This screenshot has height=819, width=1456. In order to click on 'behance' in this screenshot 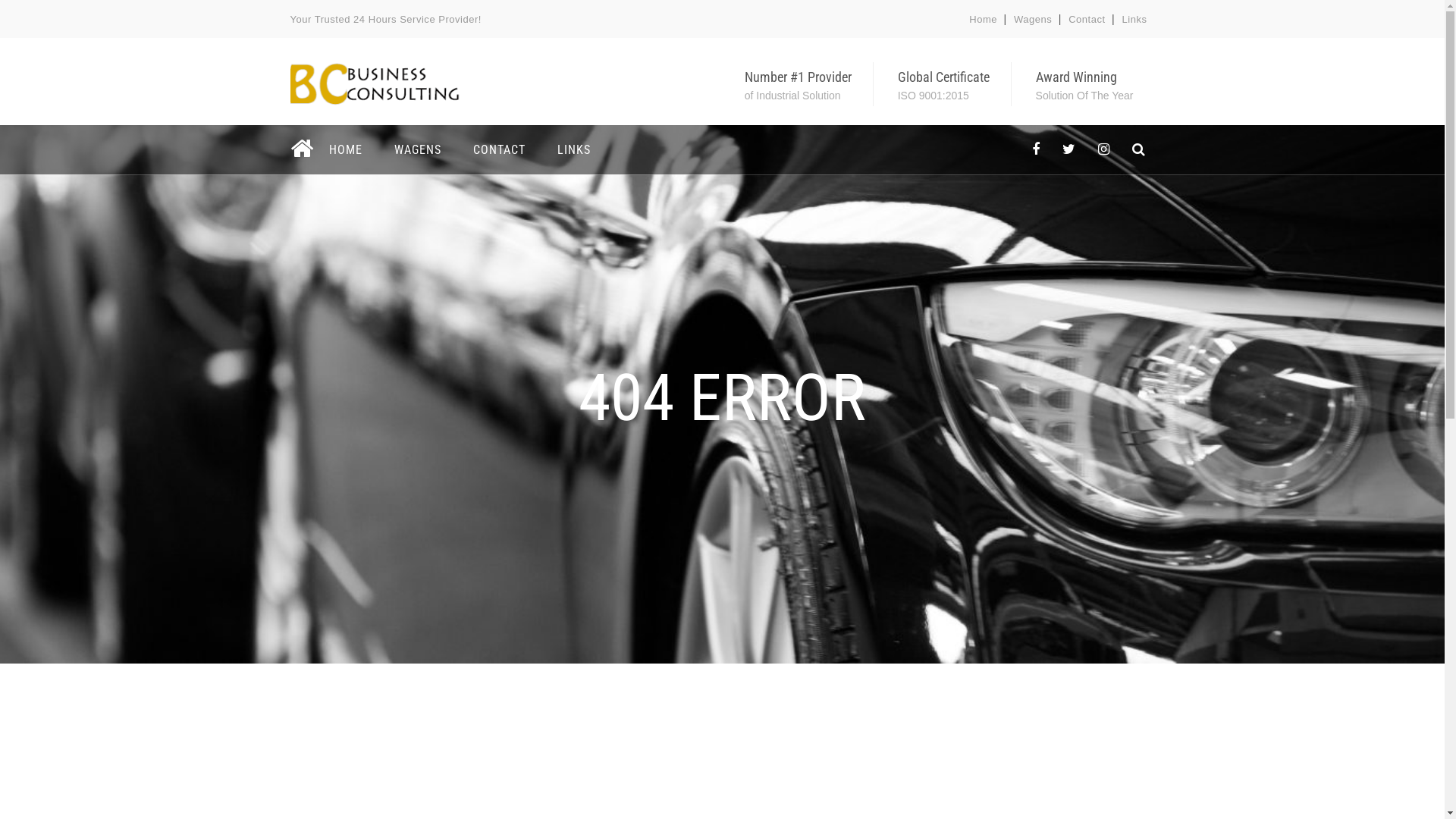, I will do `click(1138, 149)`.